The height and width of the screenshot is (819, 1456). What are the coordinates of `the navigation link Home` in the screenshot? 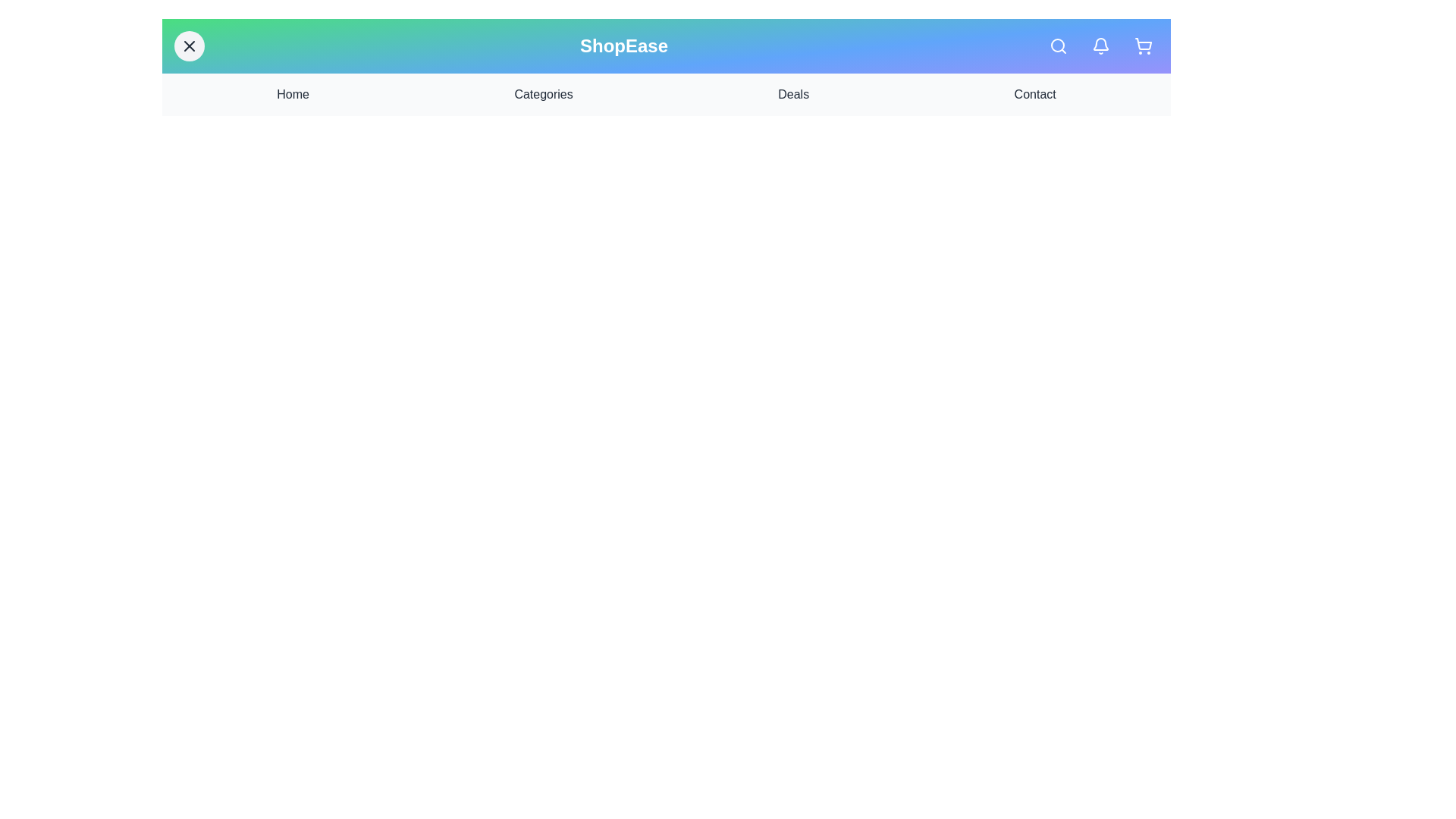 It's located at (292, 94).